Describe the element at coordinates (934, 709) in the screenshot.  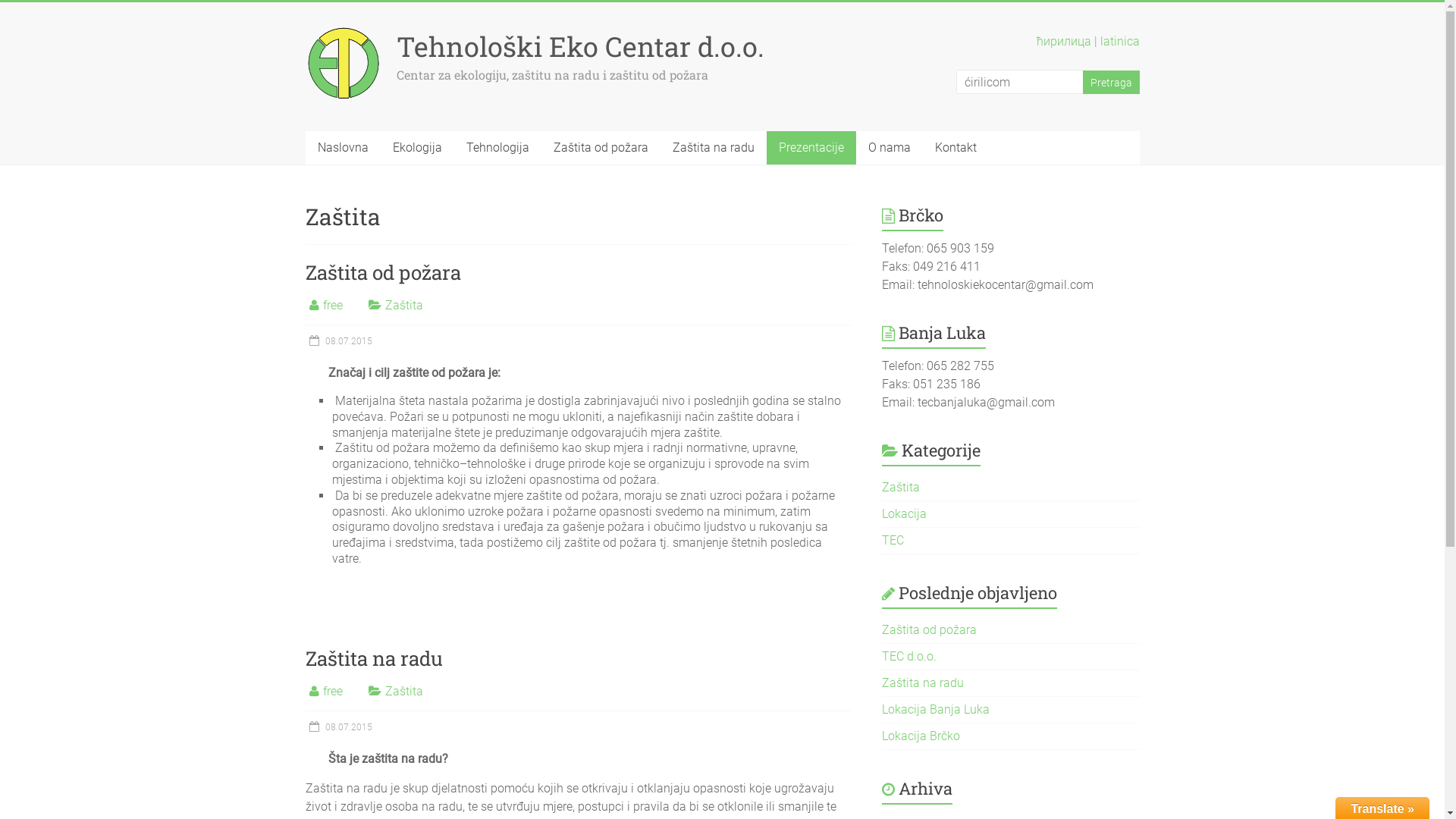
I see `'Lokacija Banja Luka'` at that location.